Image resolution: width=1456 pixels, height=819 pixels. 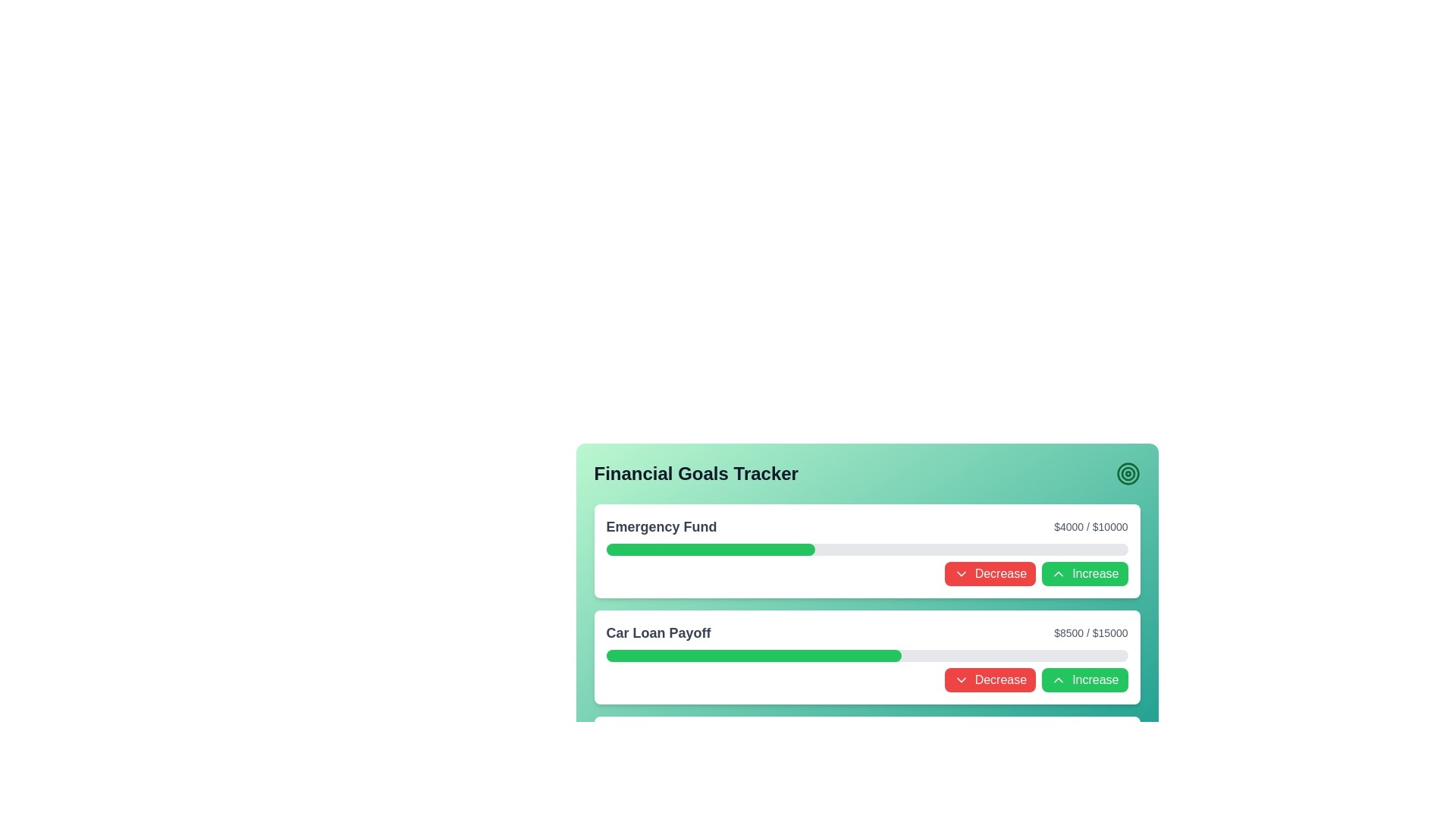 What do you see at coordinates (1084, 573) in the screenshot?
I see `the upward adjustment button` at bounding box center [1084, 573].